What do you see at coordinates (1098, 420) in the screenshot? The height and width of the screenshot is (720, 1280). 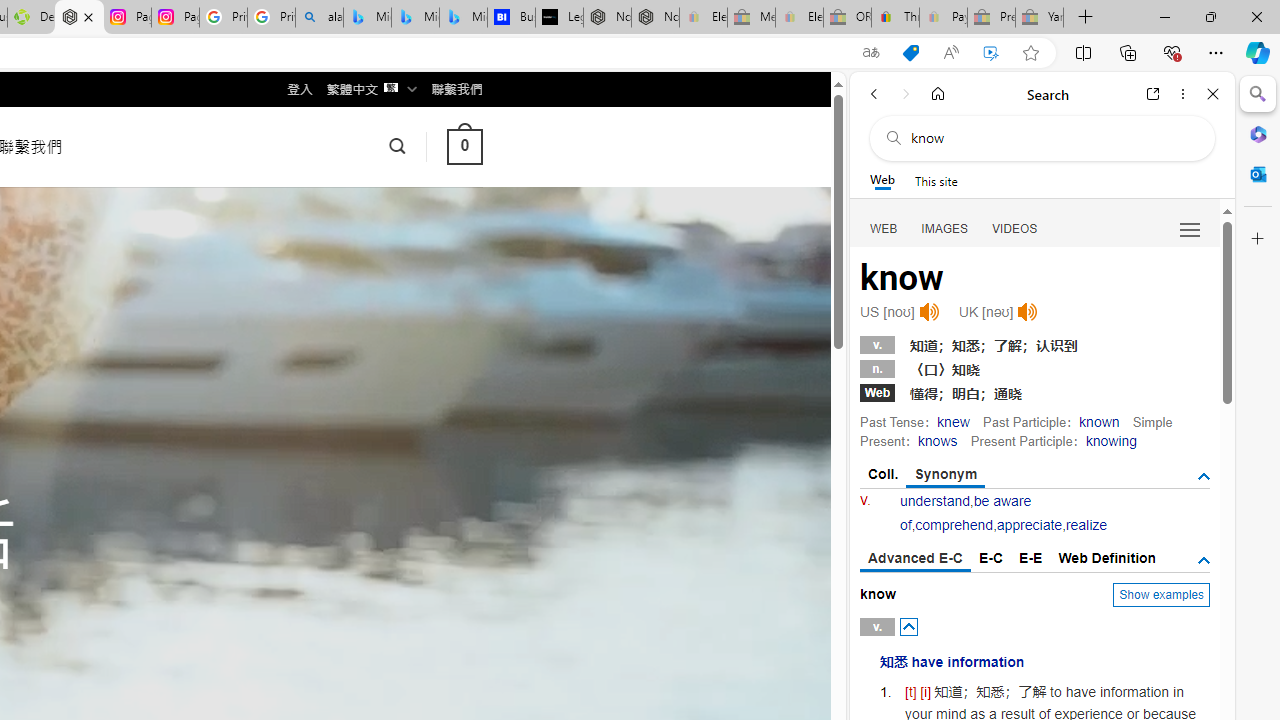 I see `'known'` at bounding box center [1098, 420].